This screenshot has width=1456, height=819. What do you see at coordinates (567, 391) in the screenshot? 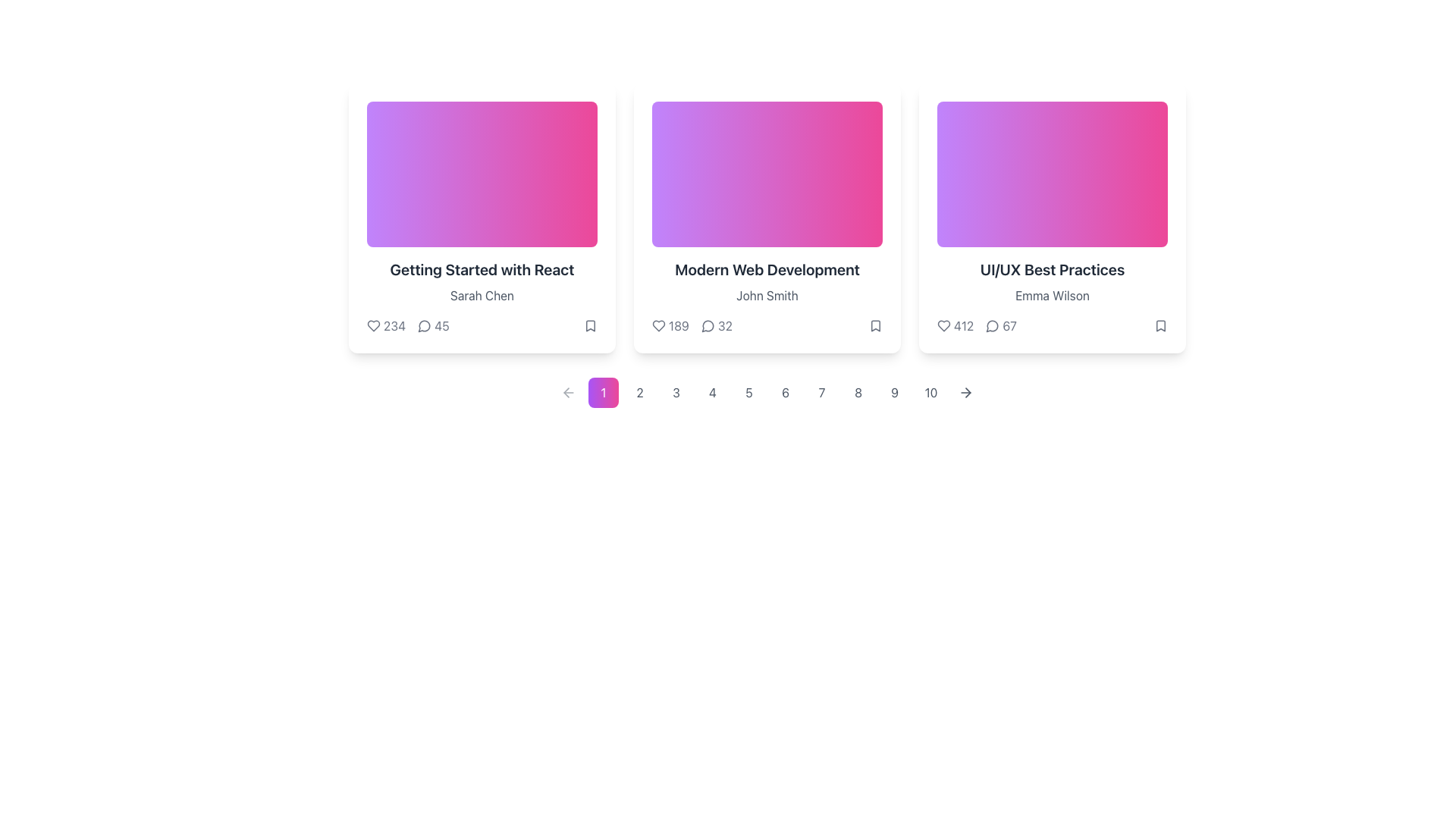
I see `the 'previous page' button with an arrow icon located in the bottom section of the pagination interface` at bounding box center [567, 391].